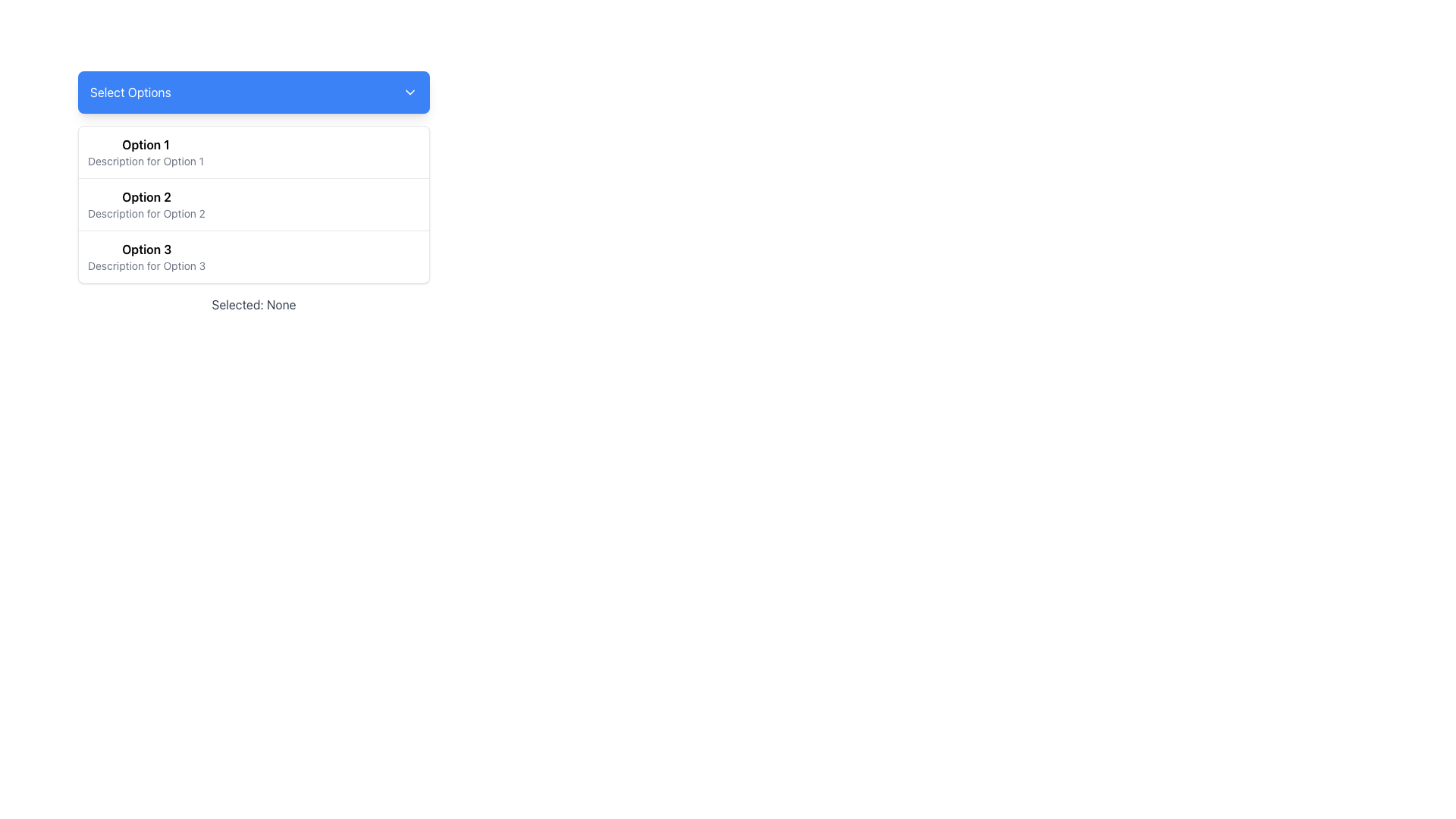 The width and height of the screenshot is (1456, 819). Describe the element at coordinates (146, 196) in the screenshot. I see `the bolded text label 'Option 2' in the dropdown menu` at that location.